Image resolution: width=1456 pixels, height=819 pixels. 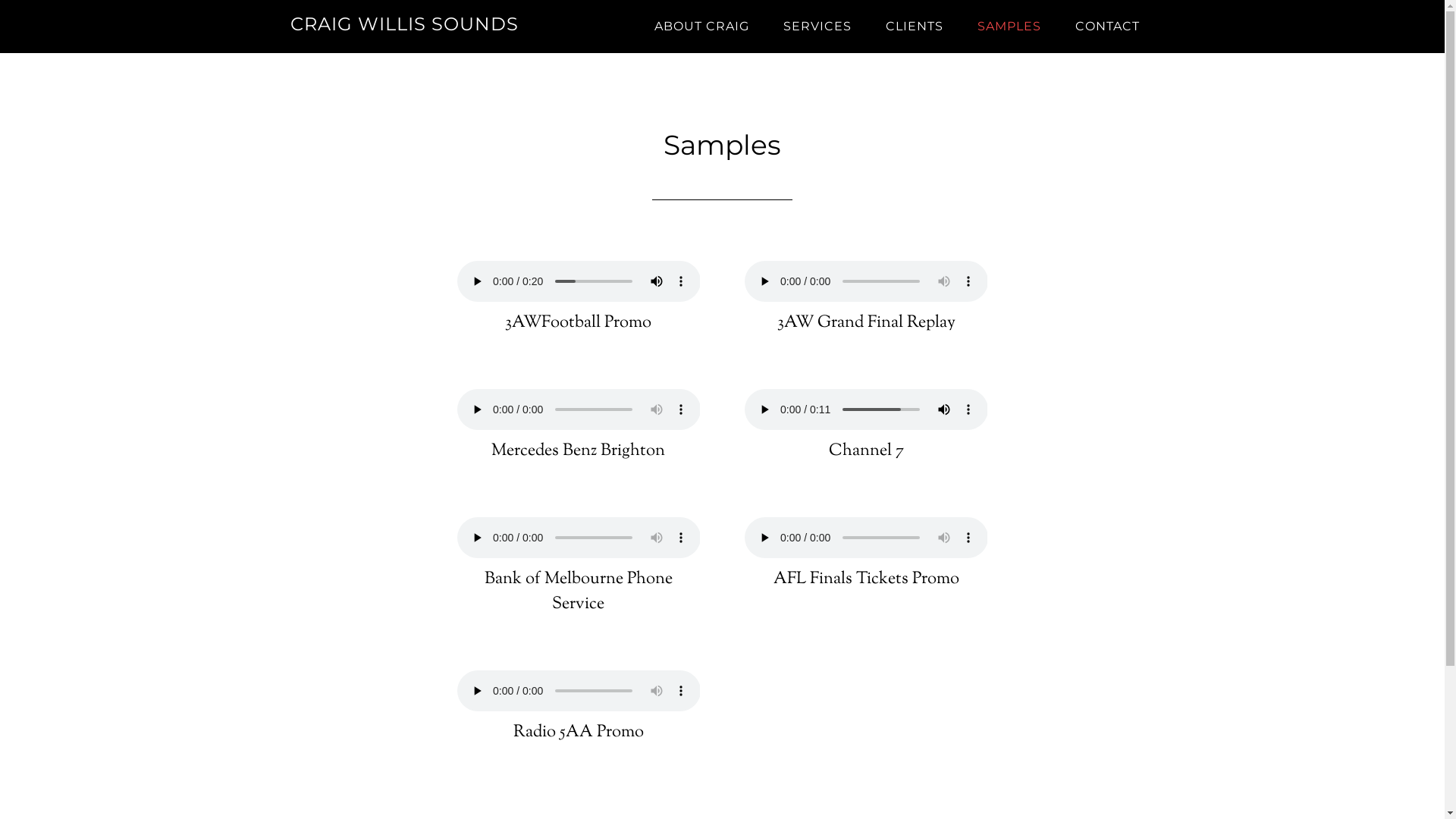 I want to click on 'SERVICES', so click(x=815, y=26).